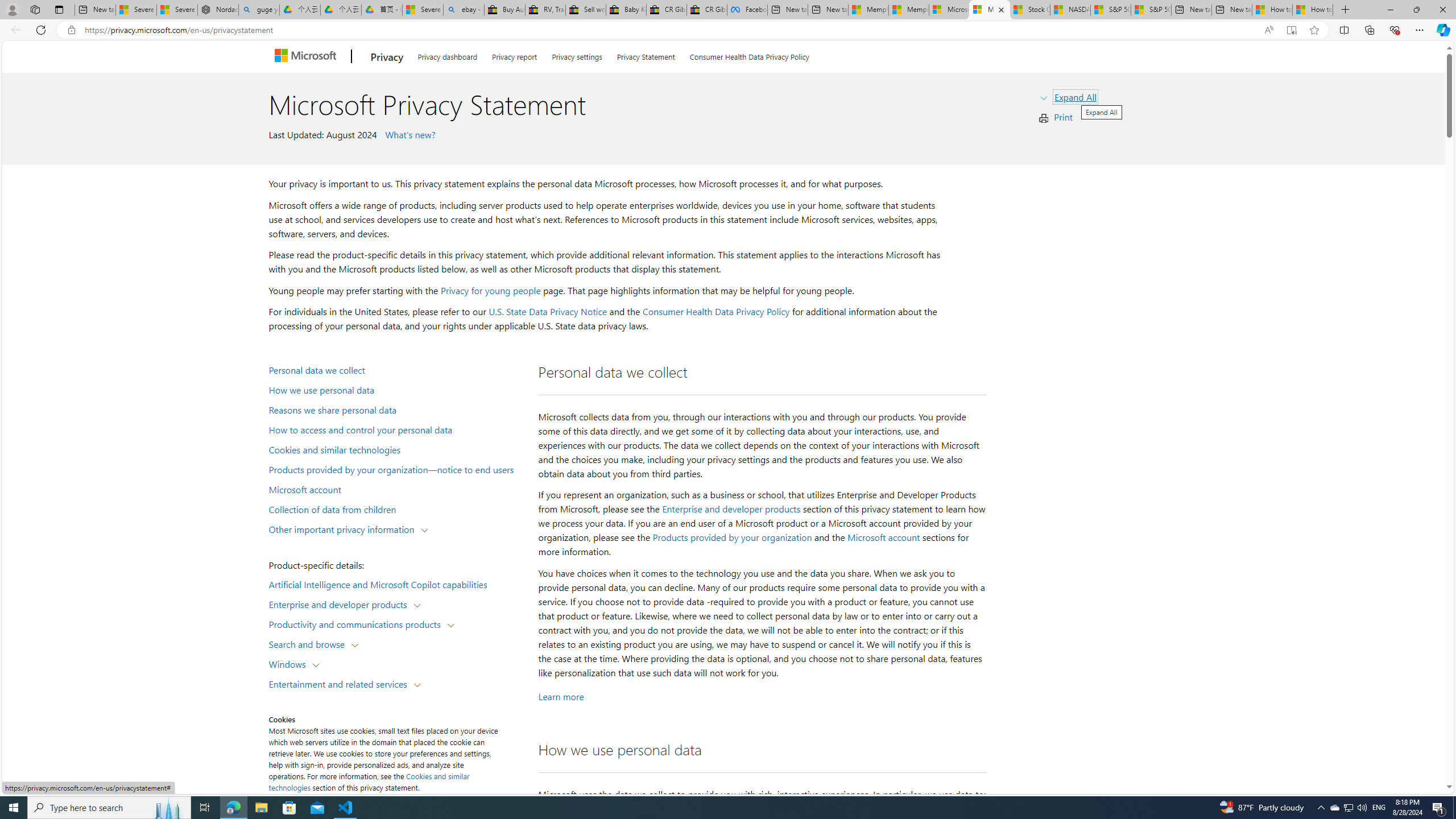 Image resolution: width=1456 pixels, height=819 pixels. I want to click on 'Privacy Statement', so click(645, 54).